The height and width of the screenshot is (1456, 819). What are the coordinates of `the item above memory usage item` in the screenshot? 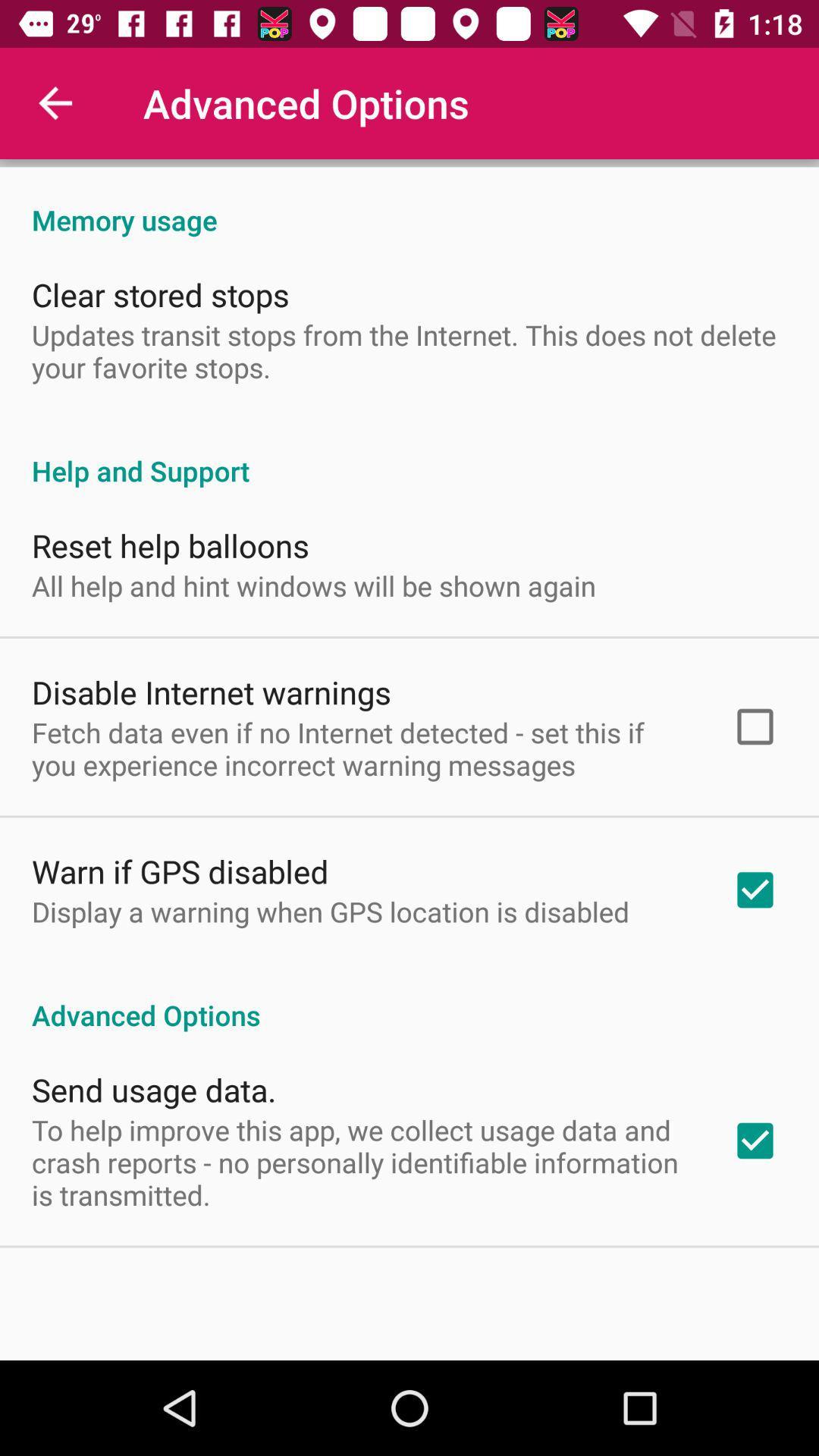 It's located at (409, 163).